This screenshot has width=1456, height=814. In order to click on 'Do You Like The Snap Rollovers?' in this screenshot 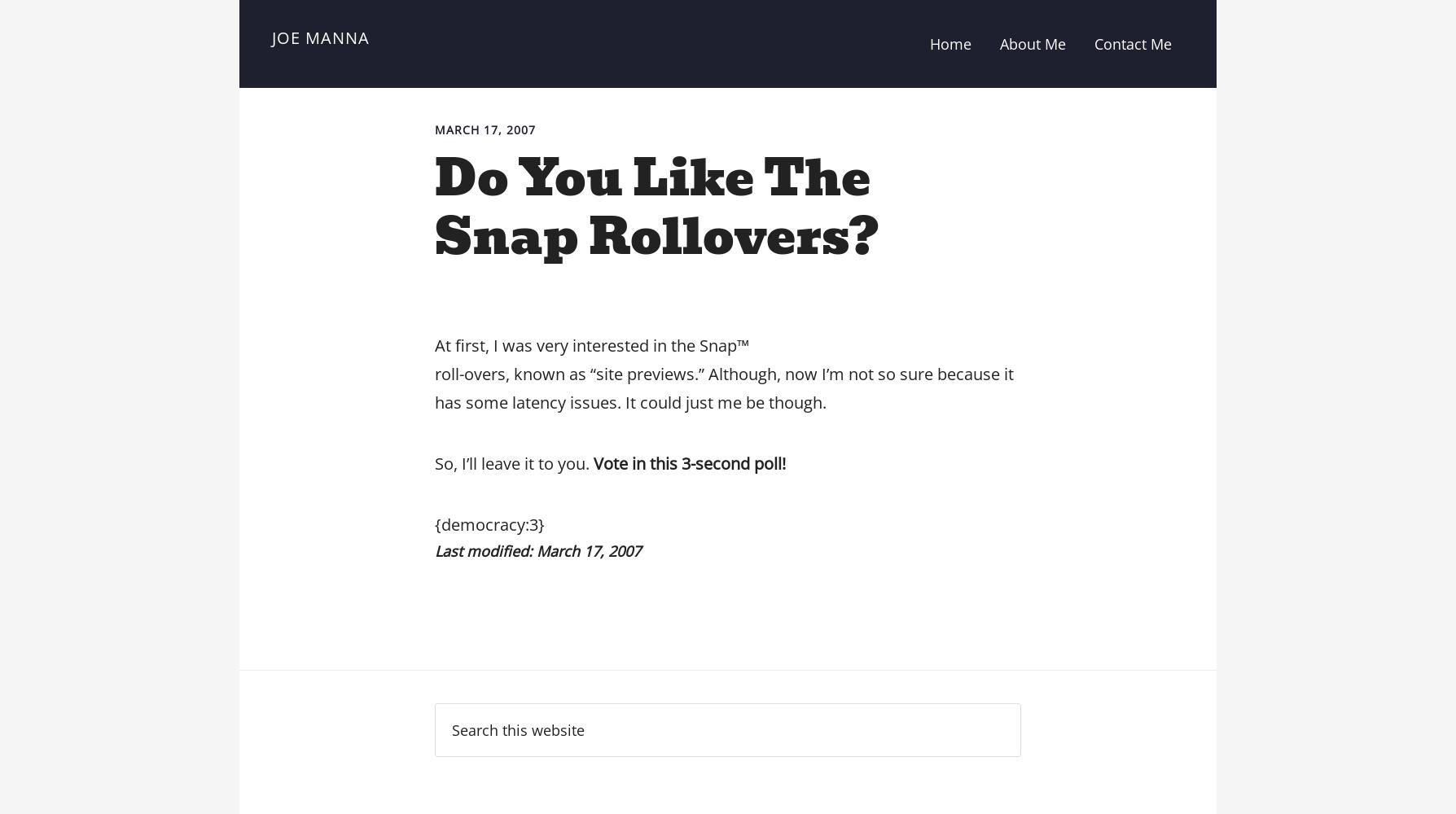, I will do `click(656, 207)`.